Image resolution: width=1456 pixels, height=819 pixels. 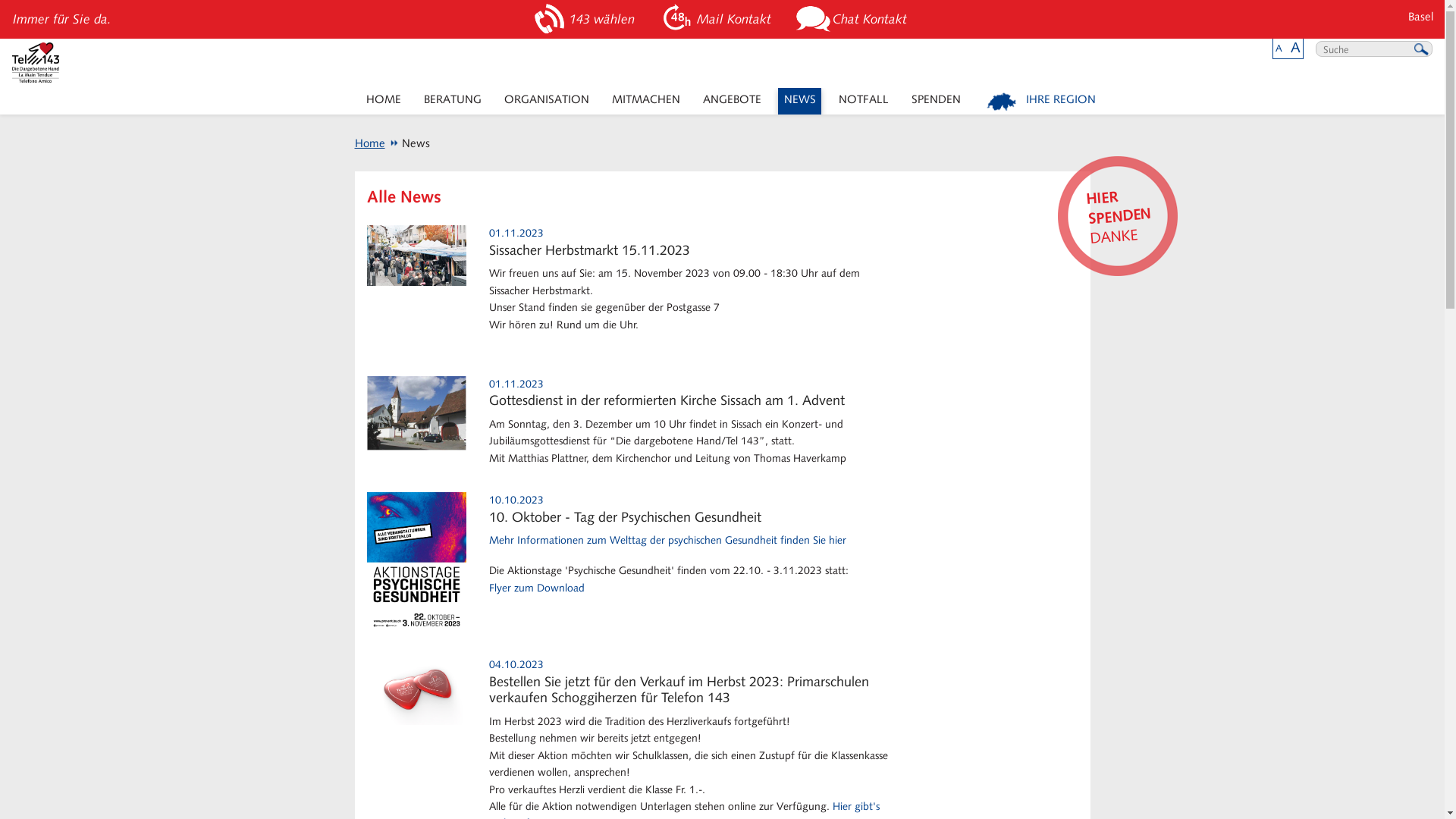 What do you see at coordinates (409, 143) in the screenshot?
I see `'News'` at bounding box center [409, 143].